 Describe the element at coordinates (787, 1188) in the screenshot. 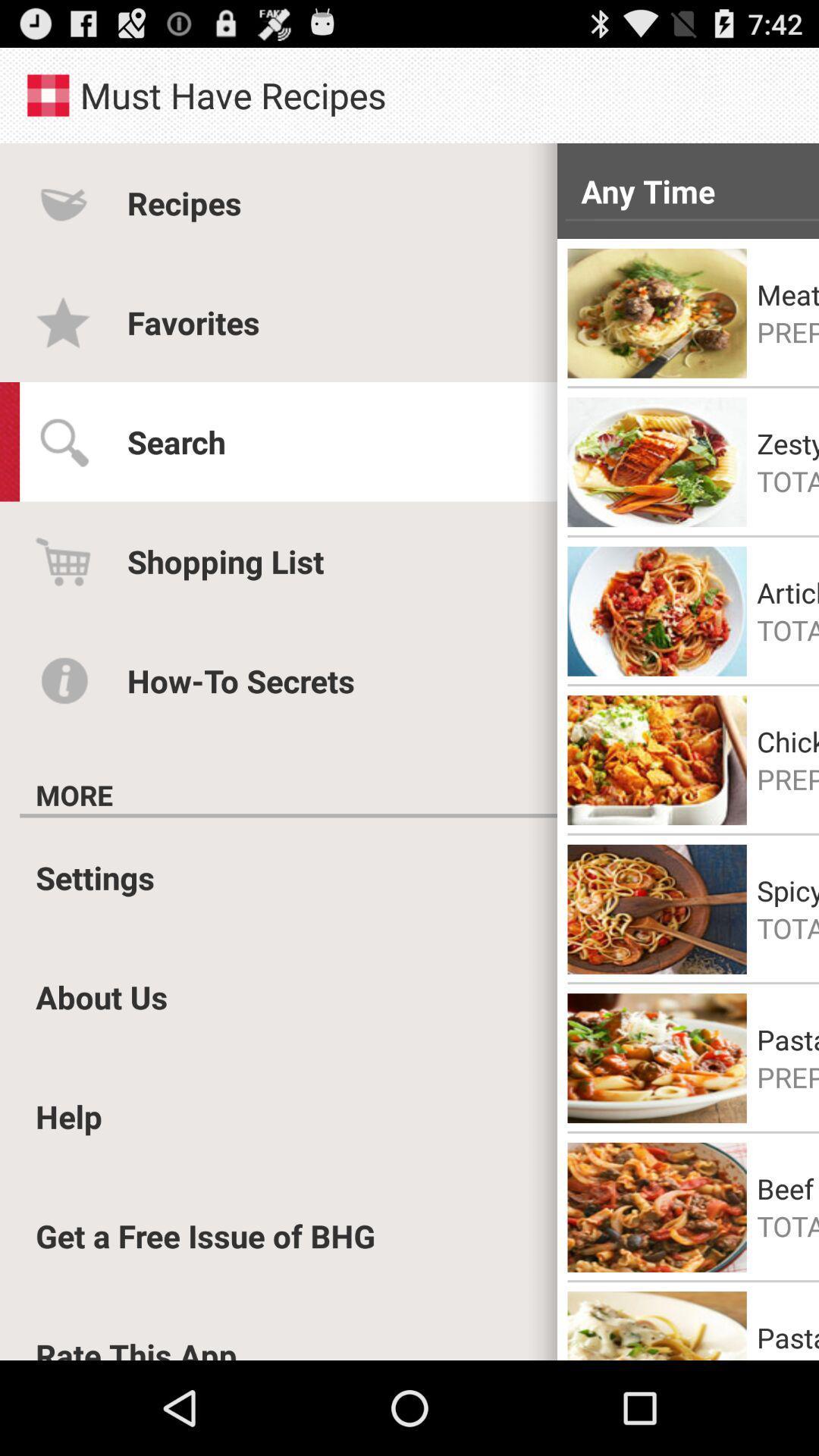

I see `the beef and pasta` at that location.